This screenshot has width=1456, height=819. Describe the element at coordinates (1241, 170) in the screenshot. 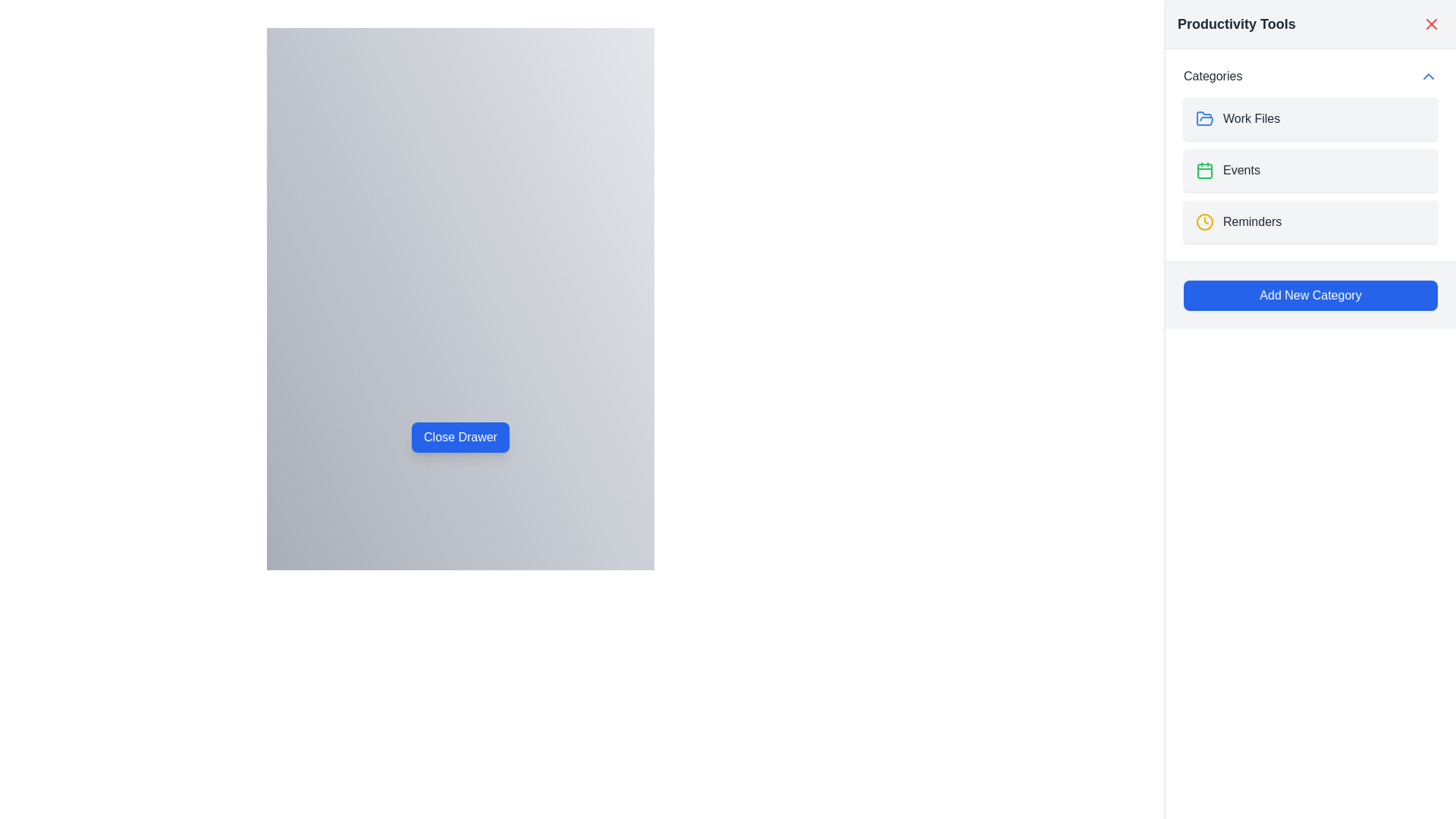

I see `the 'Events' text label, which is the second item in the 'Categories' list and is located to the right of a green calendar icon, within a light gray box` at that location.